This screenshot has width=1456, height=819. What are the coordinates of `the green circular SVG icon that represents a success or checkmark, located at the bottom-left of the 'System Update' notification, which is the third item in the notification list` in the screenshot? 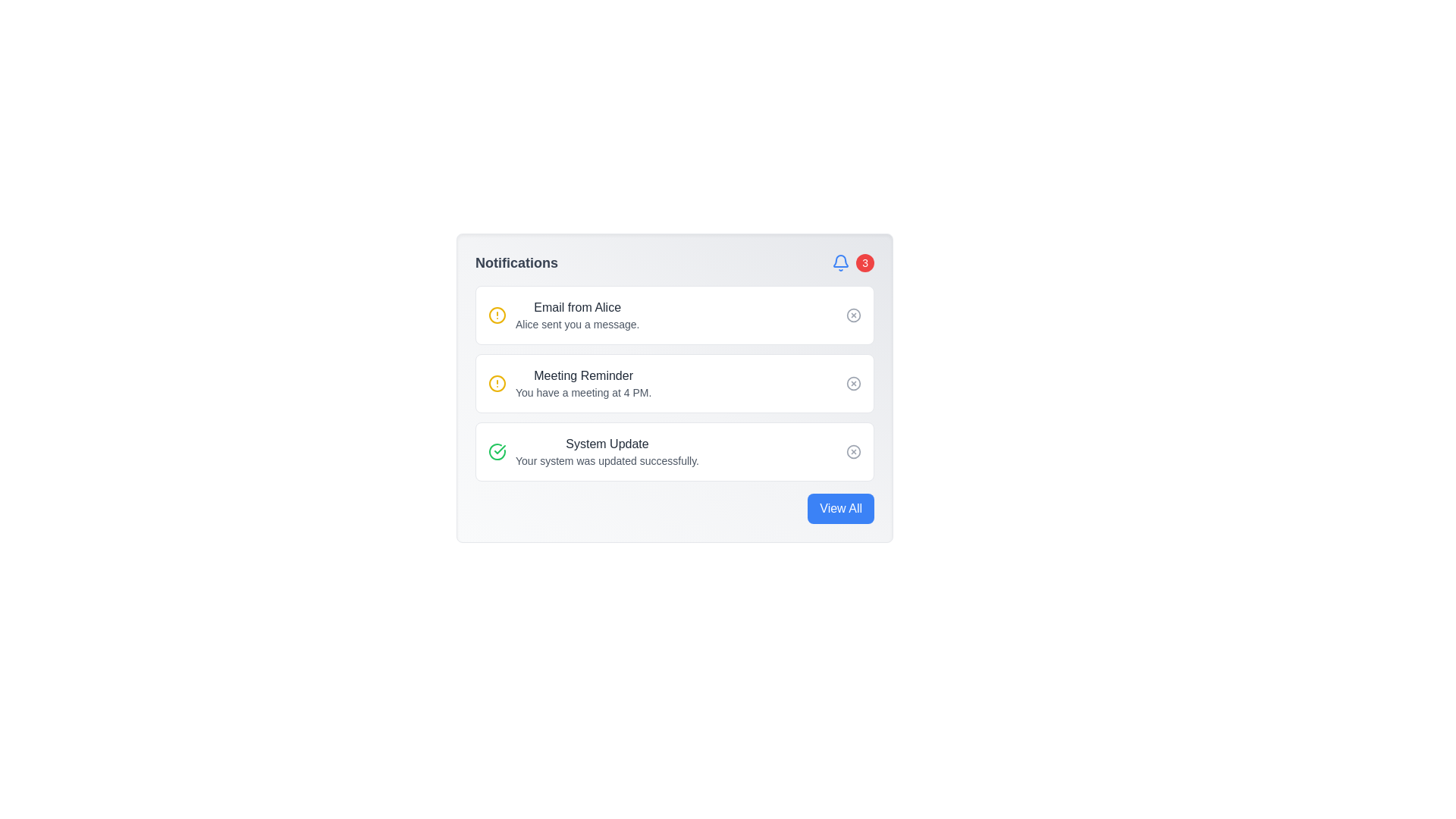 It's located at (497, 451).